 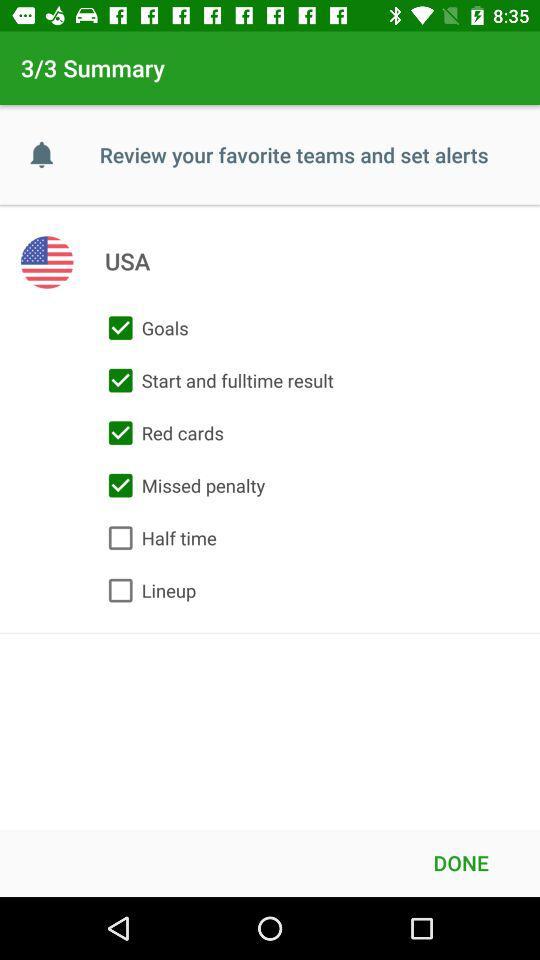 What do you see at coordinates (461, 861) in the screenshot?
I see `the done at the bottom right corner` at bounding box center [461, 861].